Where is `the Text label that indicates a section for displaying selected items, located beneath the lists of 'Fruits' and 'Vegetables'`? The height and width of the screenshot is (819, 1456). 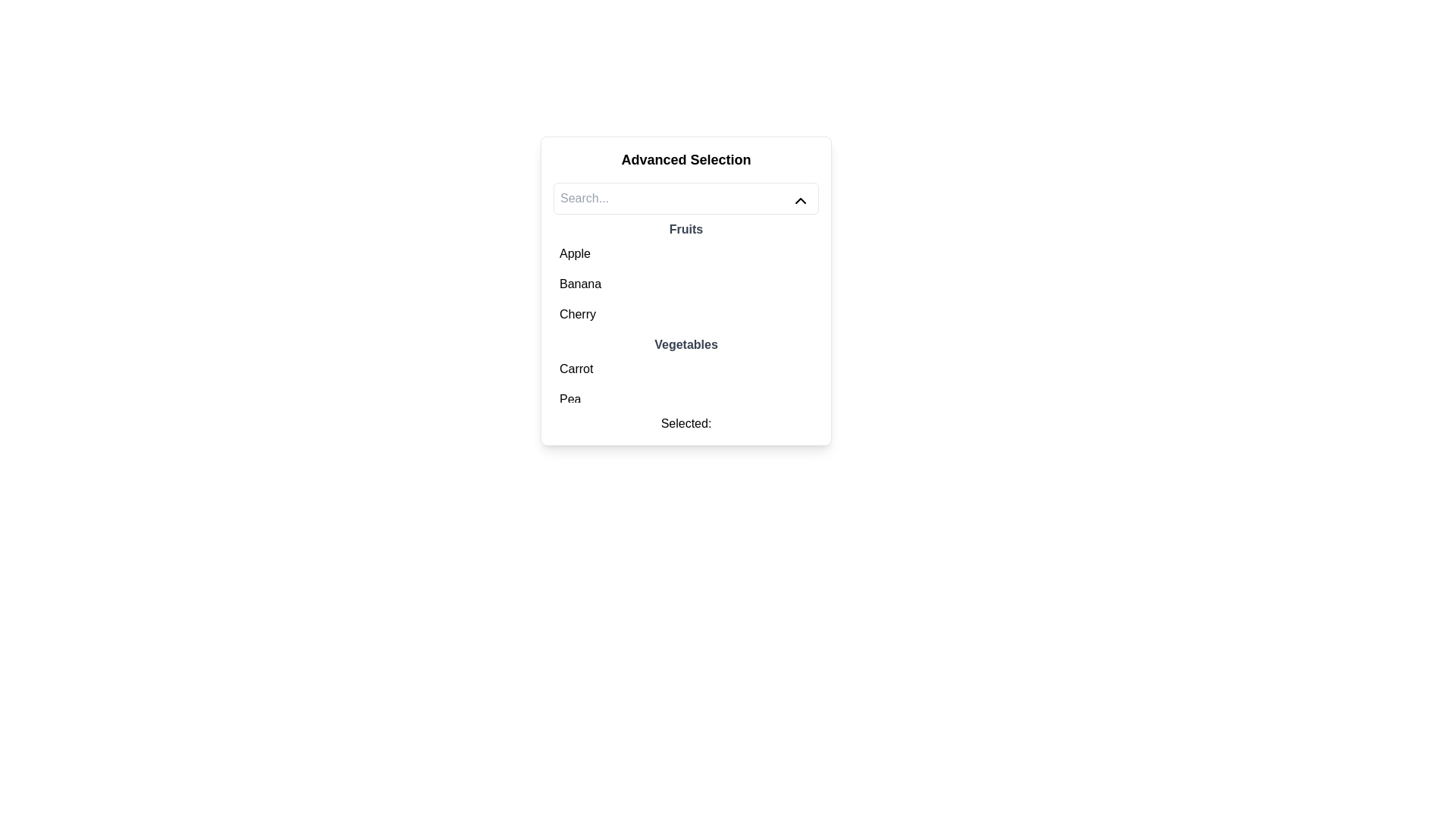
the Text label that indicates a section for displaying selected items, located beneath the lists of 'Fruits' and 'Vegetables' is located at coordinates (686, 424).